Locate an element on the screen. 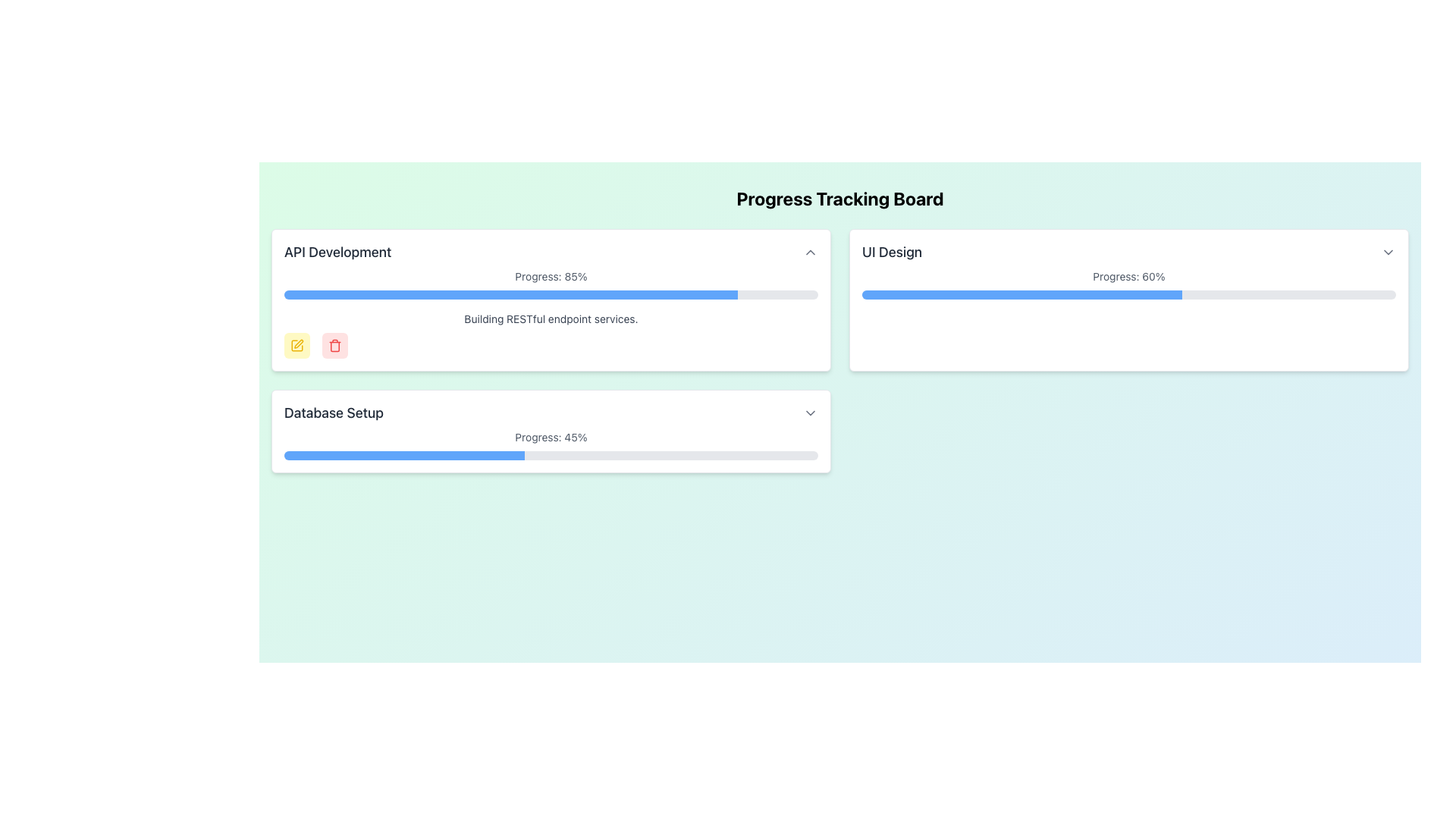 Image resolution: width=1456 pixels, height=819 pixels. the text label that reads 'Building RESTful endpoint services.', which is styled in gray and located under the 'API Development' header is located at coordinates (550, 318).